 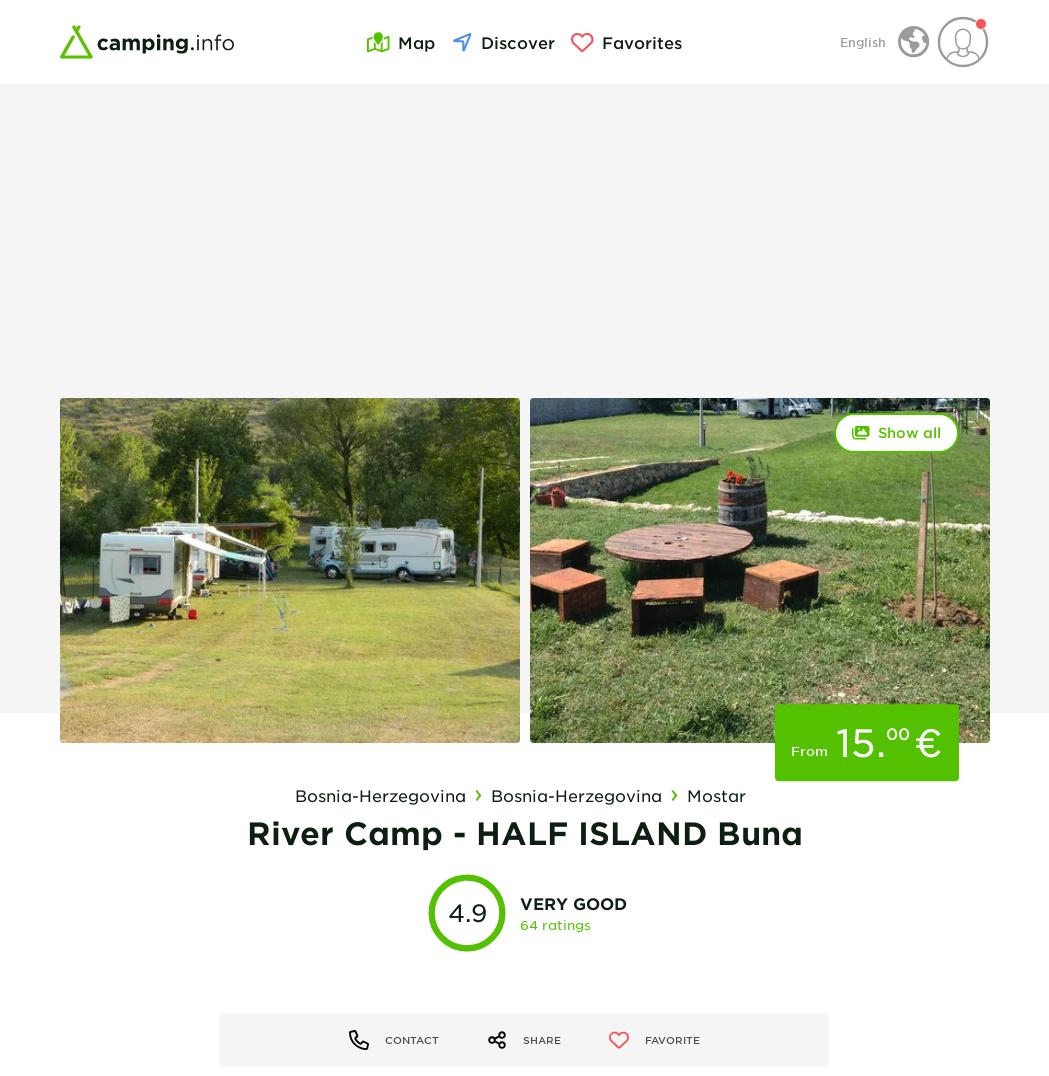 I want to click on 'Discover', so click(x=516, y=40).